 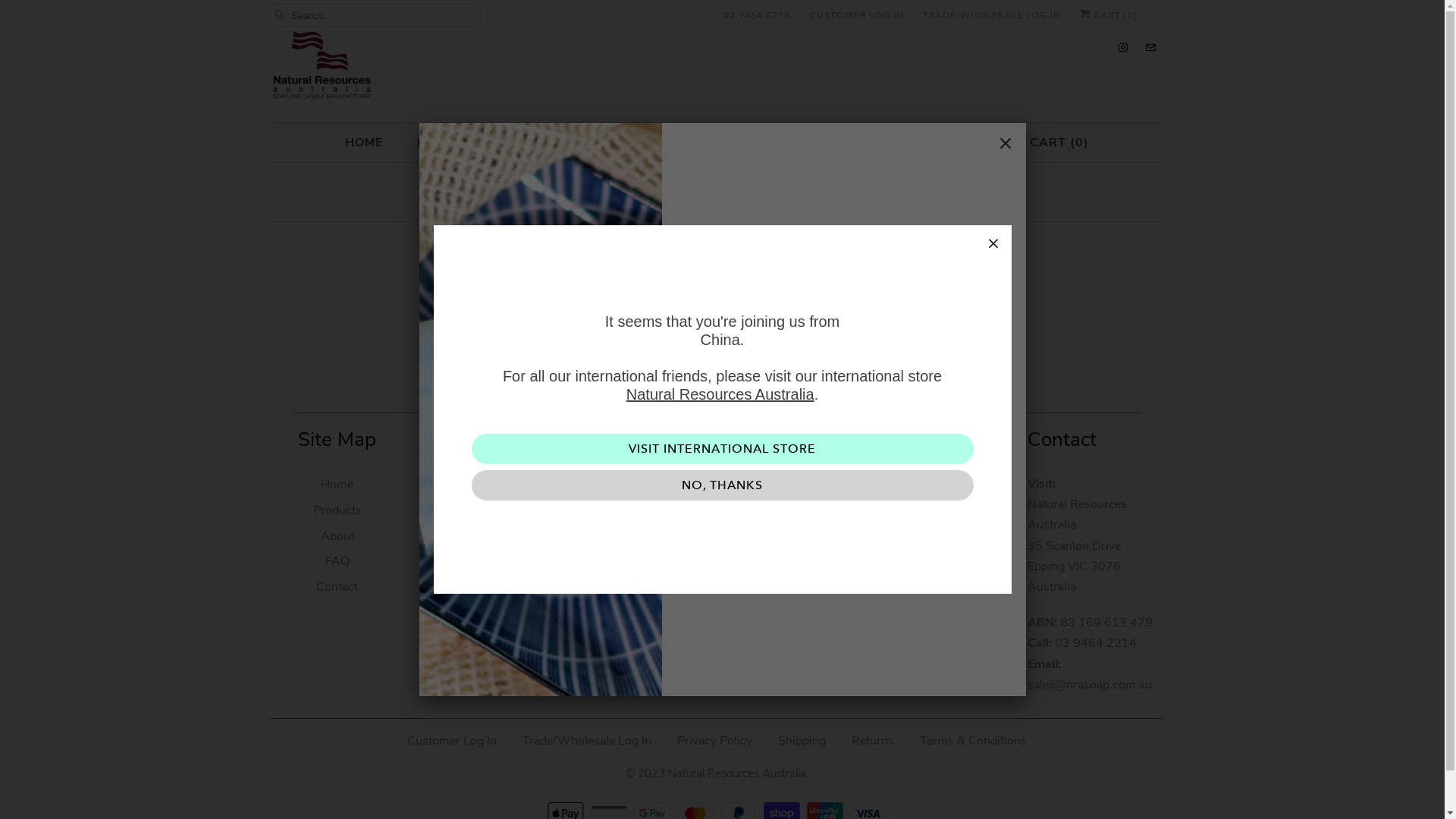 I want to click on 'Natural Resources Australia', so click(x=720, y=394).